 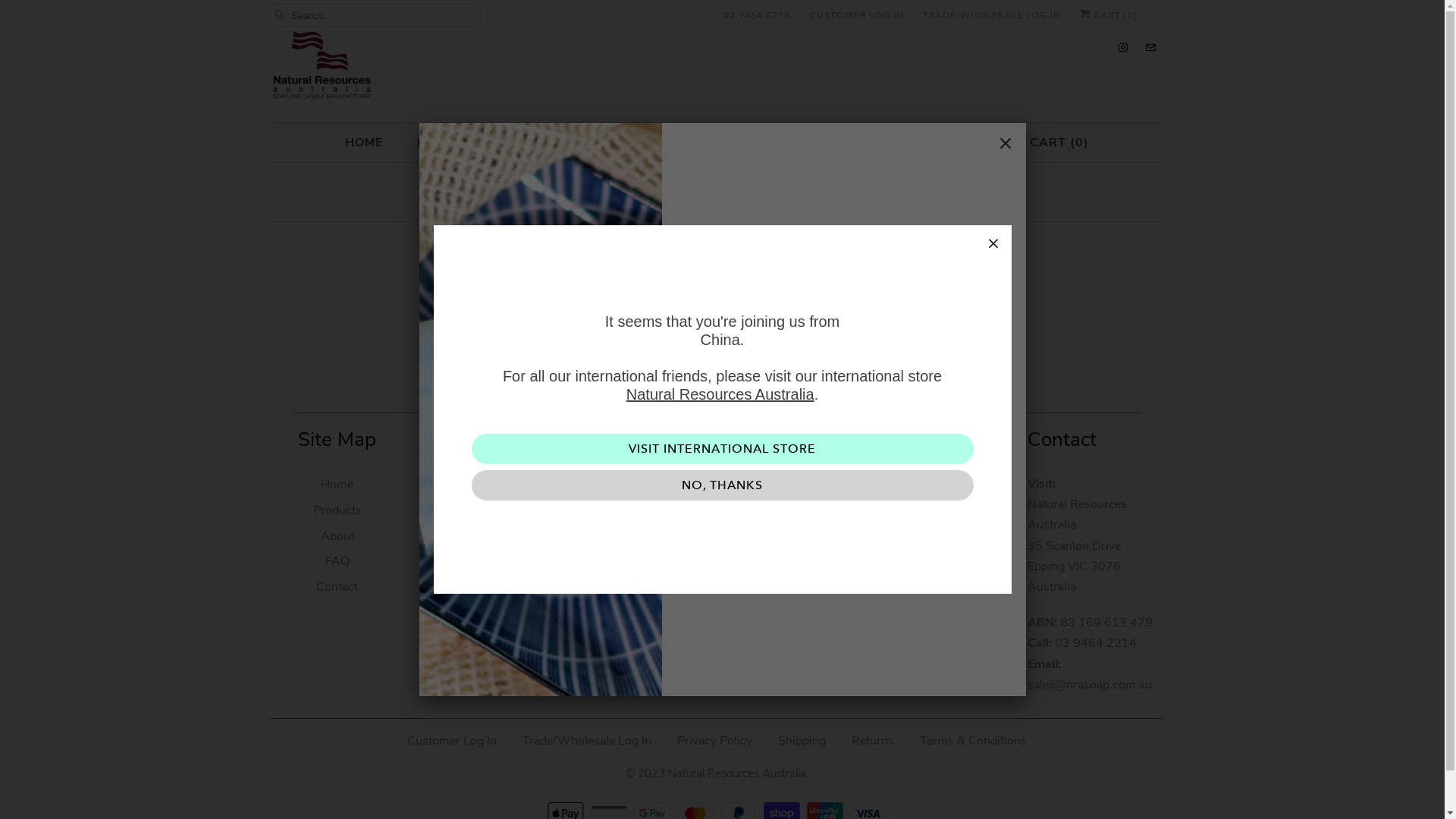 I want to click on 'Natural Resources Australia', so click(x=720, y=394).